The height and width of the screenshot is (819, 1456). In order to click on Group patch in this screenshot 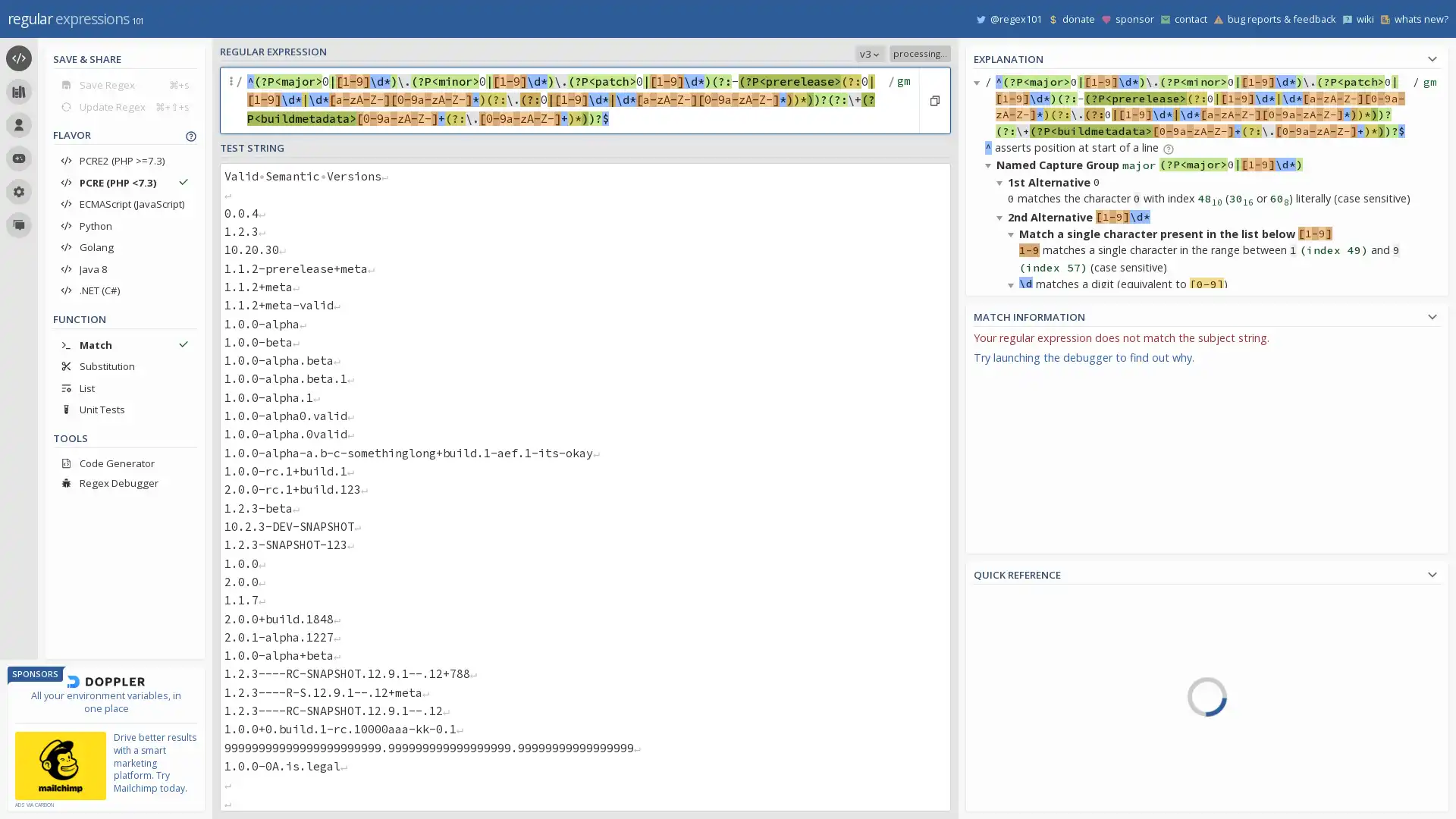, I will do `click(1014, 680)`.